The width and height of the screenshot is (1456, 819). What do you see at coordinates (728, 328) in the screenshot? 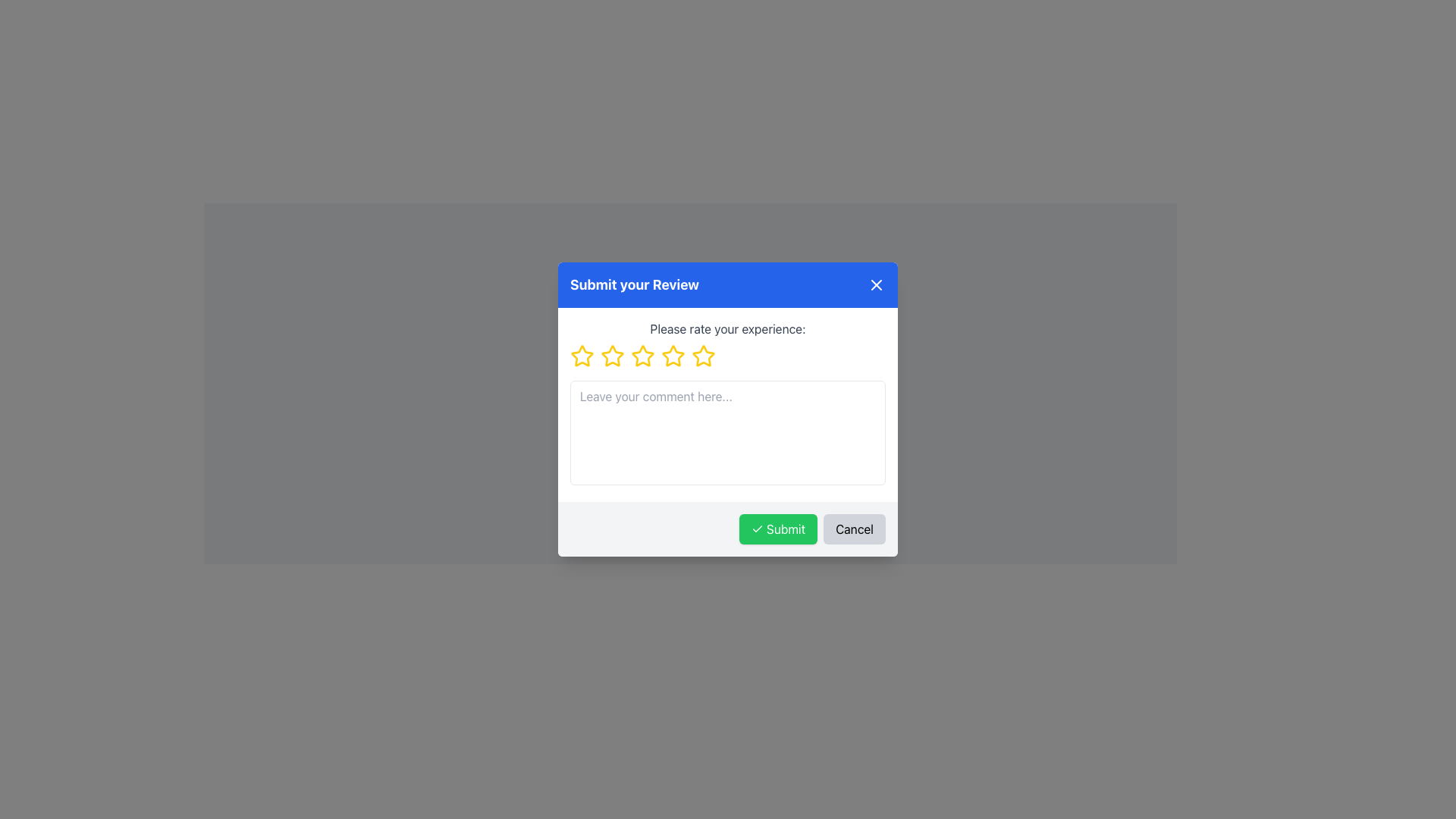
I see `the instructional label that guides the user to perform a rating action, located directly above the star rating icons and centered horizontally in the upper section of the interface` at bounding box center [728, 328].